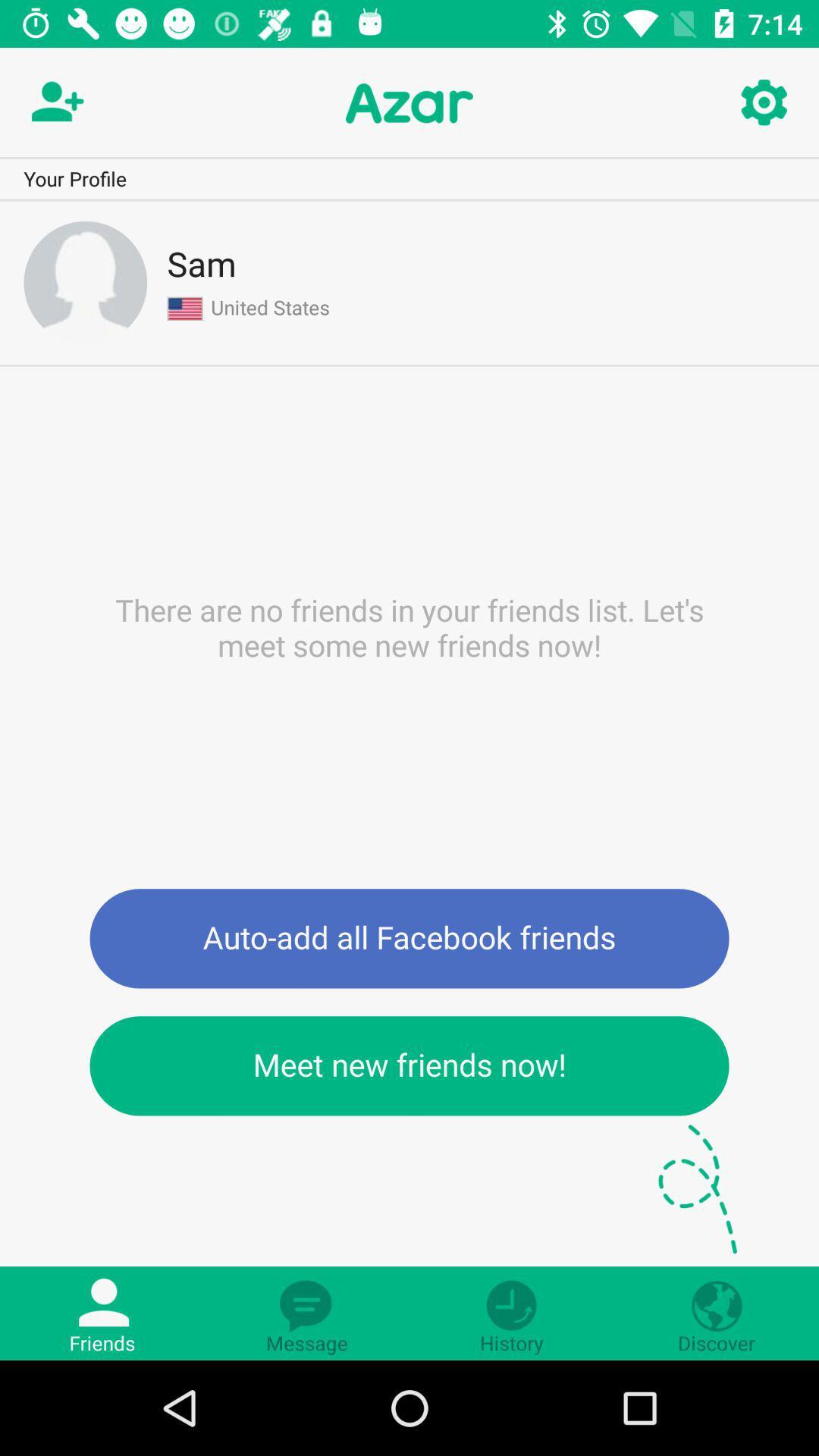  I want to click on the item below the there are no, so click(409, 937).